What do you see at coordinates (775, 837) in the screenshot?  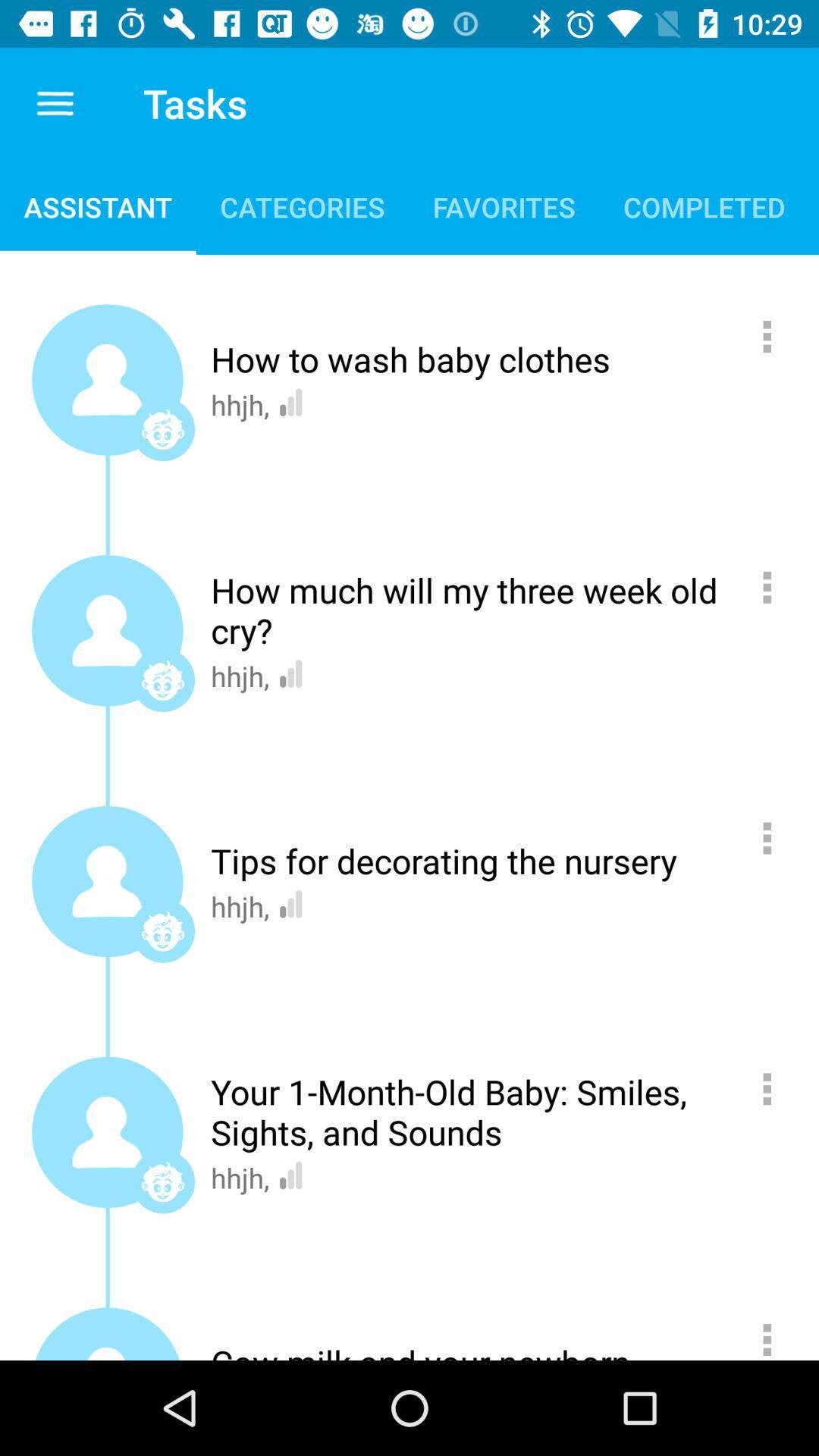 I see `see more` at bounding box center [775, 837].